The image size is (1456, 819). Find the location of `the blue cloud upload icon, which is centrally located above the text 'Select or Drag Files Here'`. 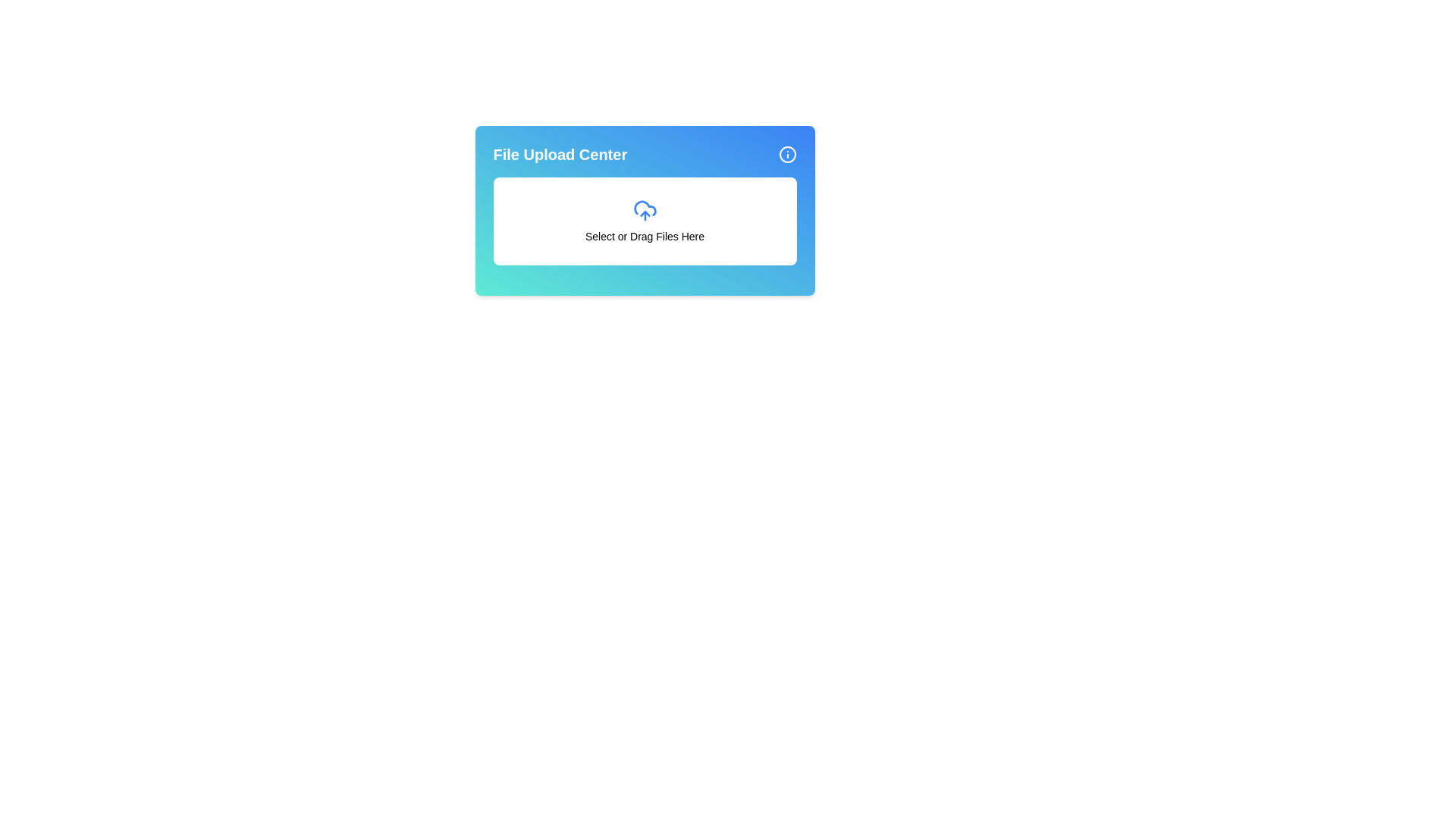

the blue cloud upload icon, which is centrally located above the text 'Select or Drag Files Here' is located at coordinates (645, 210).